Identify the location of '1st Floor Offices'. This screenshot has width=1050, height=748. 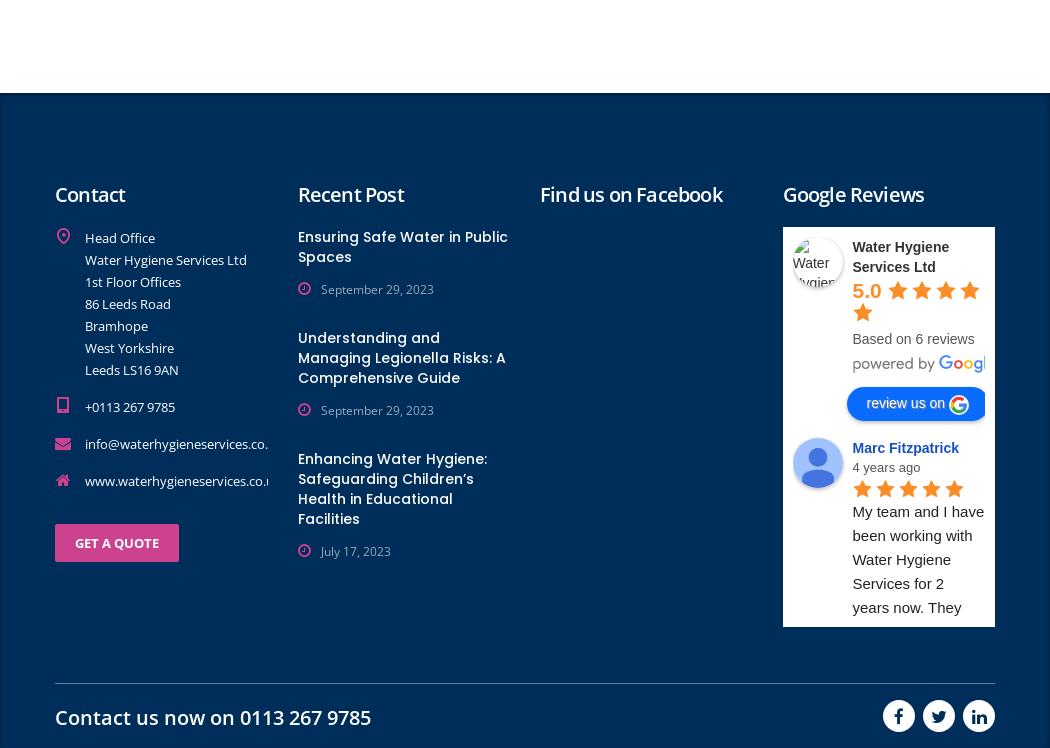
(85, 281).